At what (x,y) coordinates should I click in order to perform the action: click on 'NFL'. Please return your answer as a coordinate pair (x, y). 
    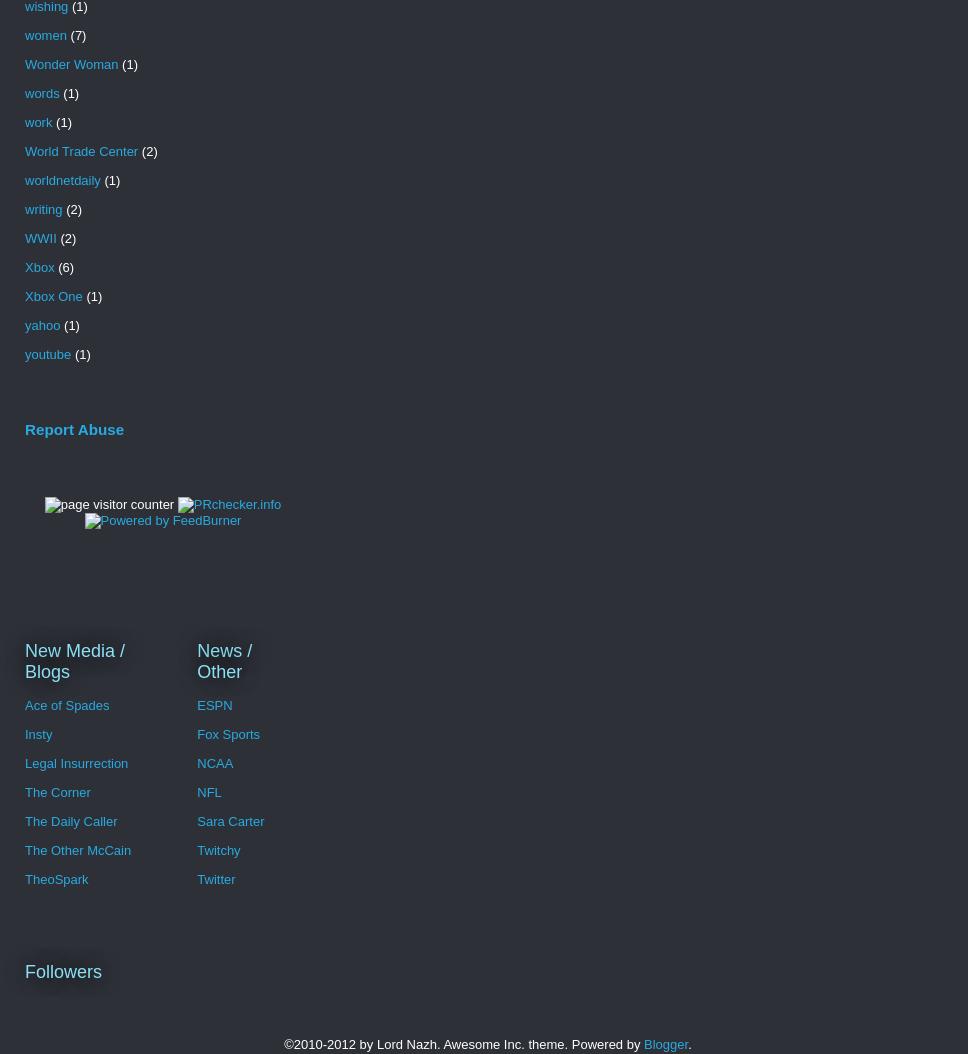
    Looking at the image, I should click on (207, 791).